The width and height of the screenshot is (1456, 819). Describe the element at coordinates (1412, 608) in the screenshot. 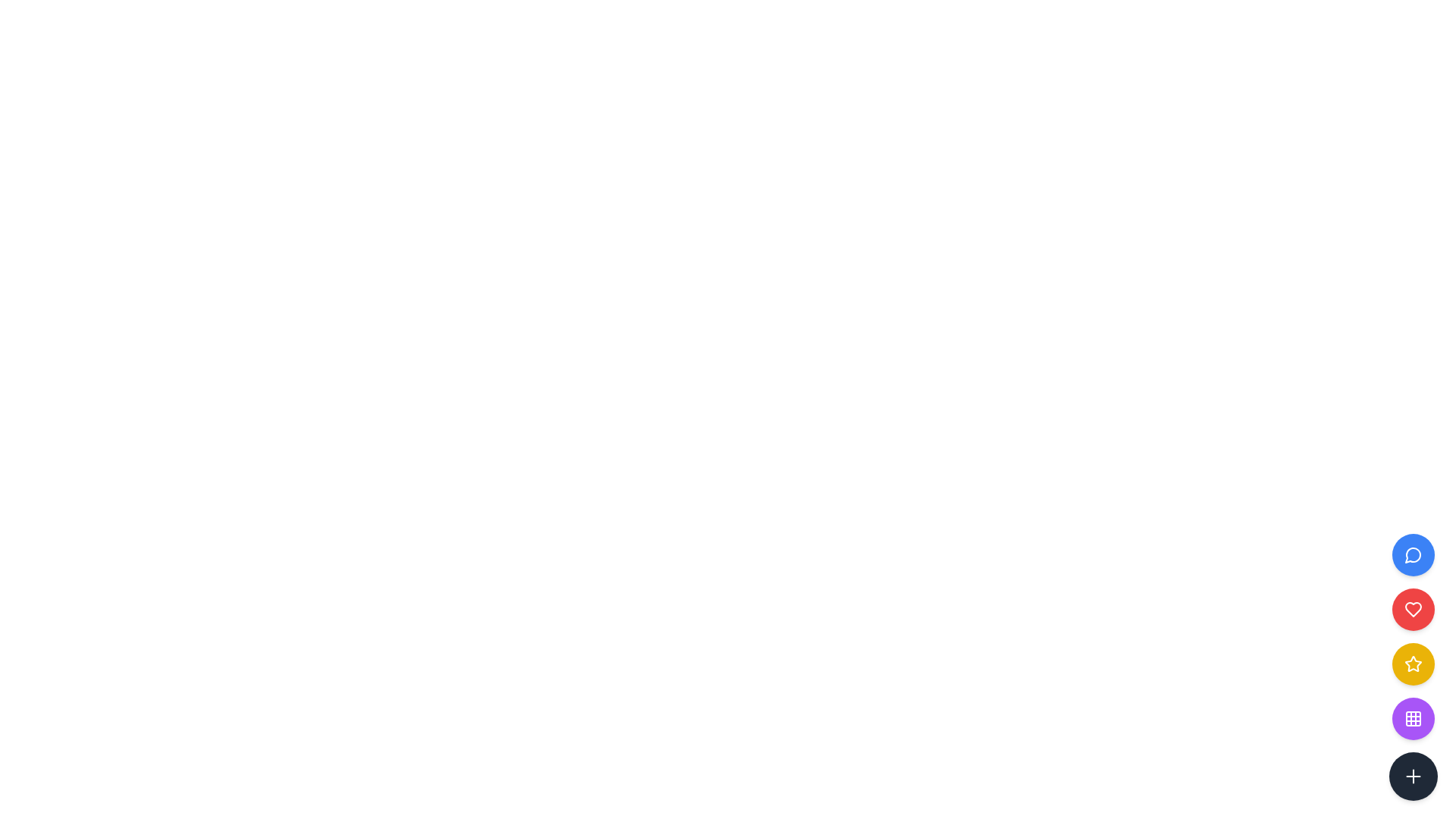

I see `the heart-shaped icon filled with red color to like something` at that location.